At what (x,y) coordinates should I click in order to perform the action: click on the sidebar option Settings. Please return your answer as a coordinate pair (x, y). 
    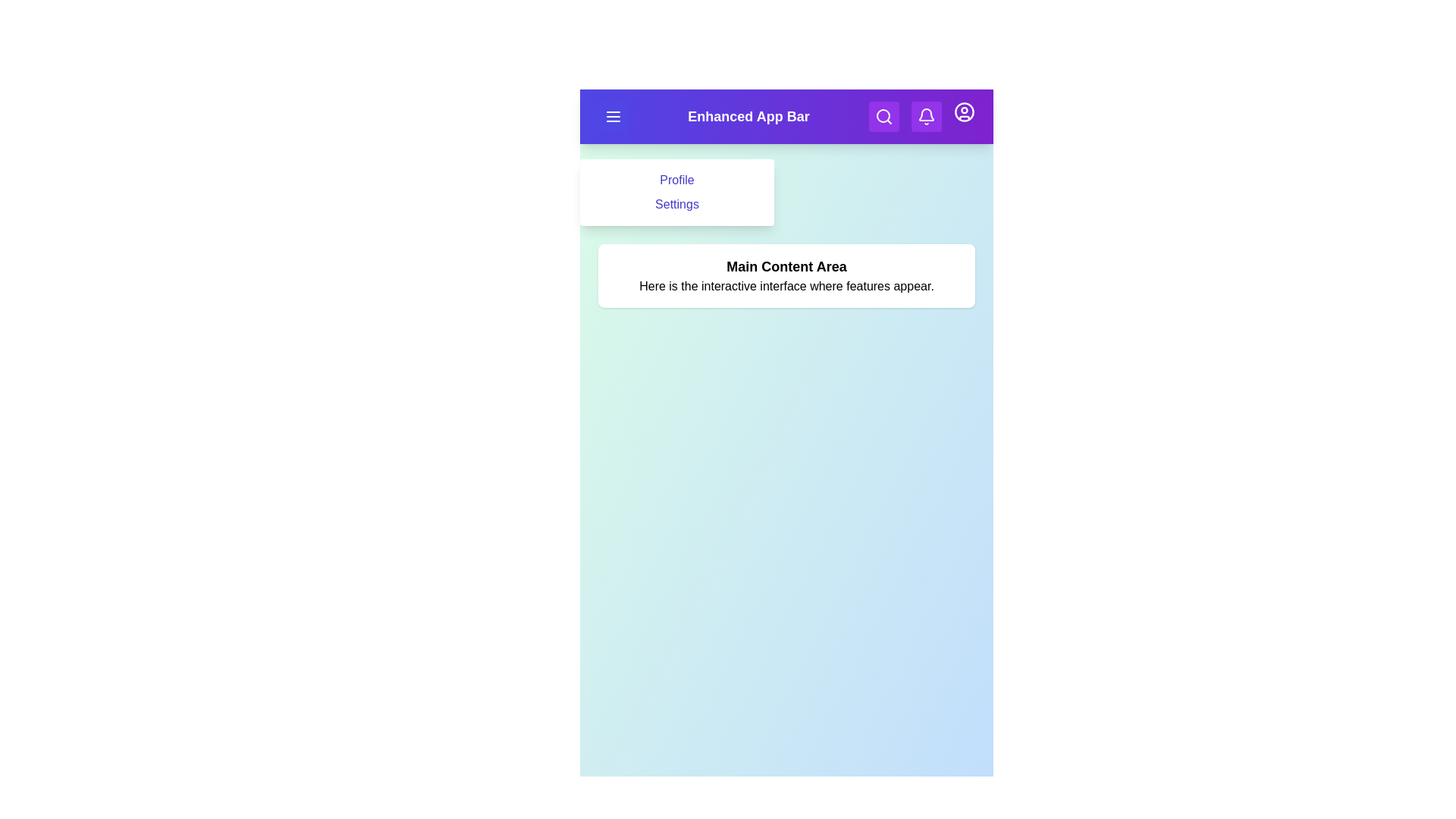
    Looking at the image, I should click on (676, 205).